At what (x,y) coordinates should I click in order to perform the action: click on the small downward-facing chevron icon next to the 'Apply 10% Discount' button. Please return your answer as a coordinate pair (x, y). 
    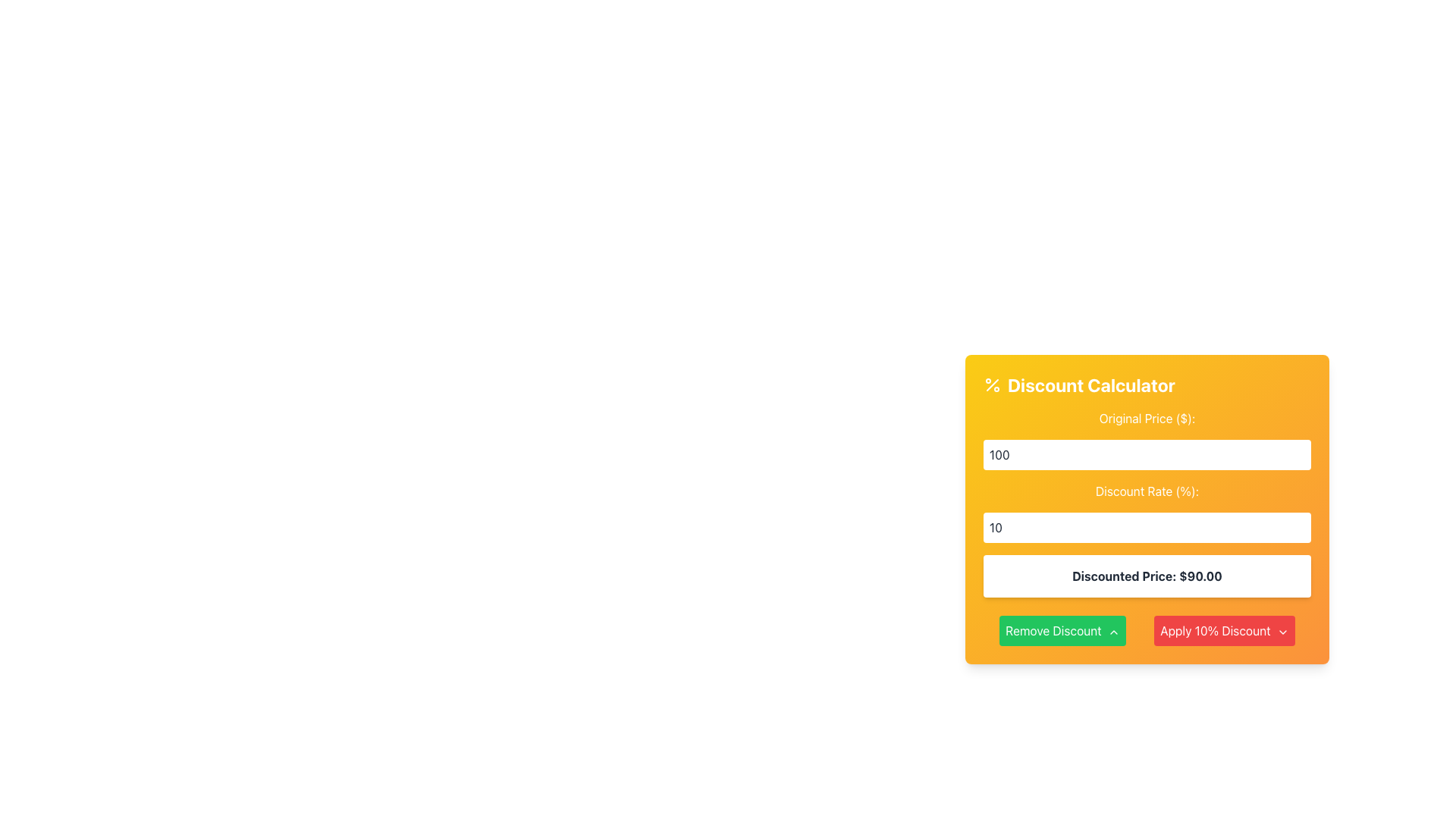
    Looking at the image, I should click on (1282, 632).